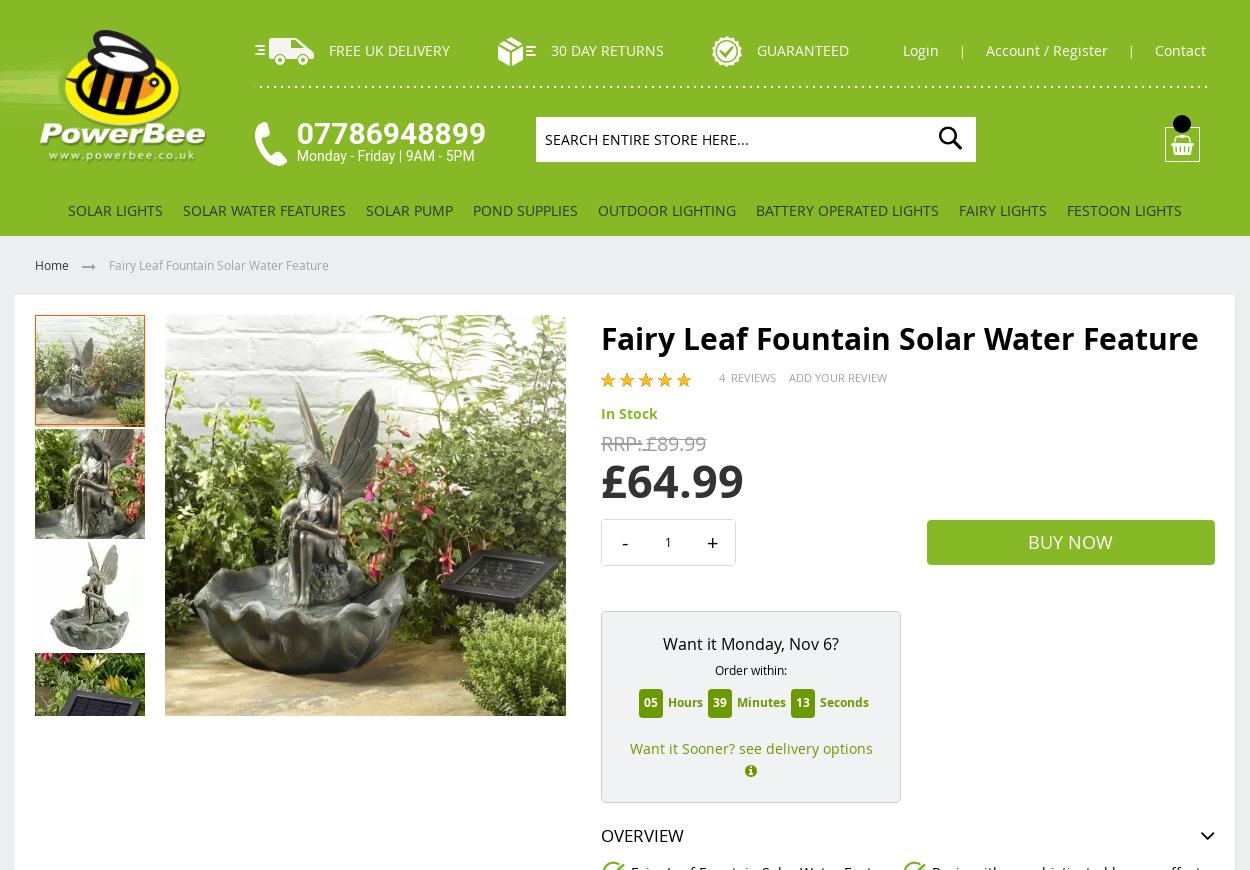 Image resolution: width=1250 pixels, height=870 pixels. I want to click on 'Free UK Delivery', so click(386, 49).